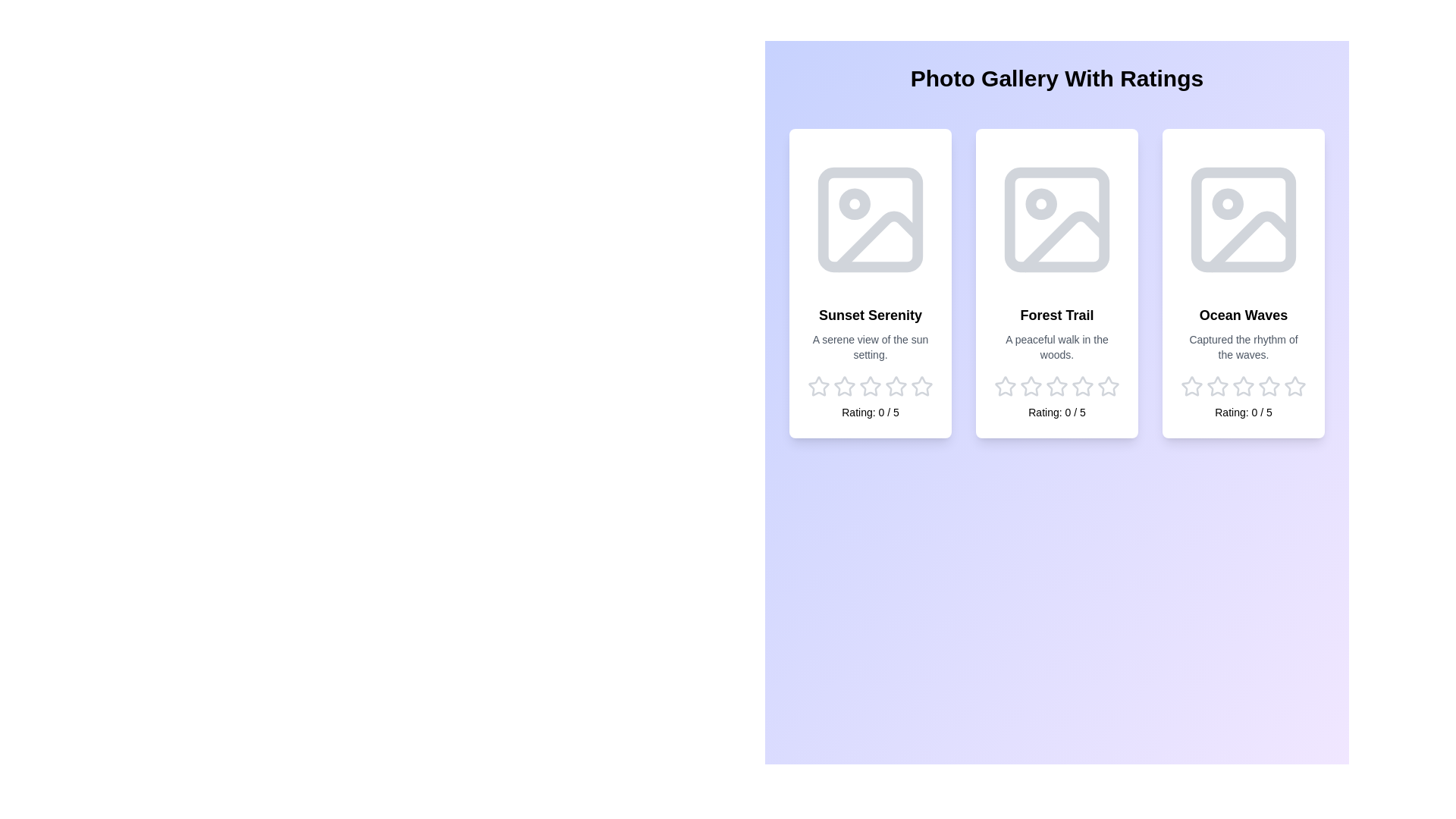 This screenshot has height=819, width=1456. What do you see at coordinates (921, 385) in the screenshot?
I see `the star corresponding to the rating 5 for the image Sunset Serenity` at bounding box center [921, 385].